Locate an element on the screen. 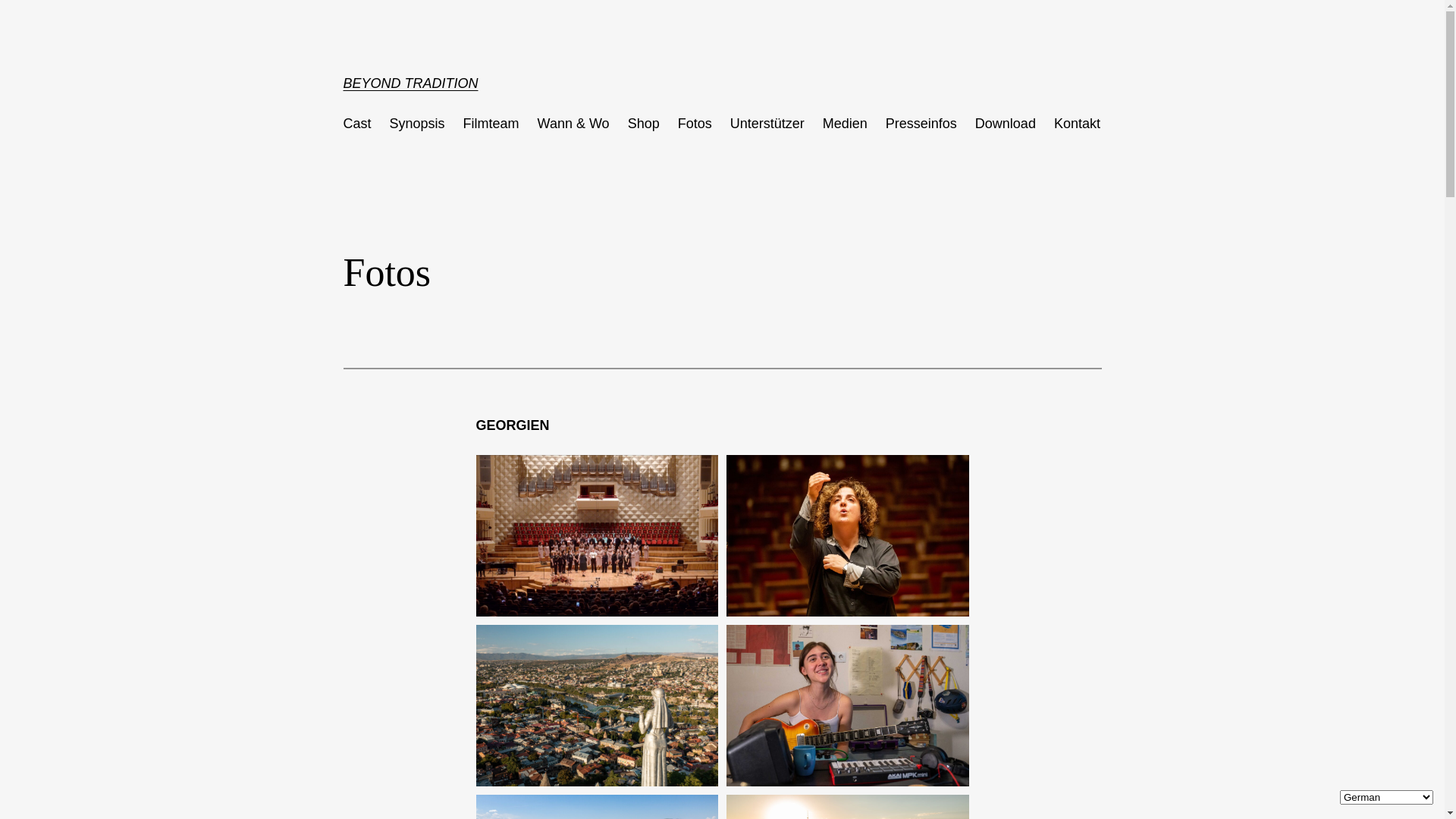  'Kontakt' is located at coordinates (1076, 123).